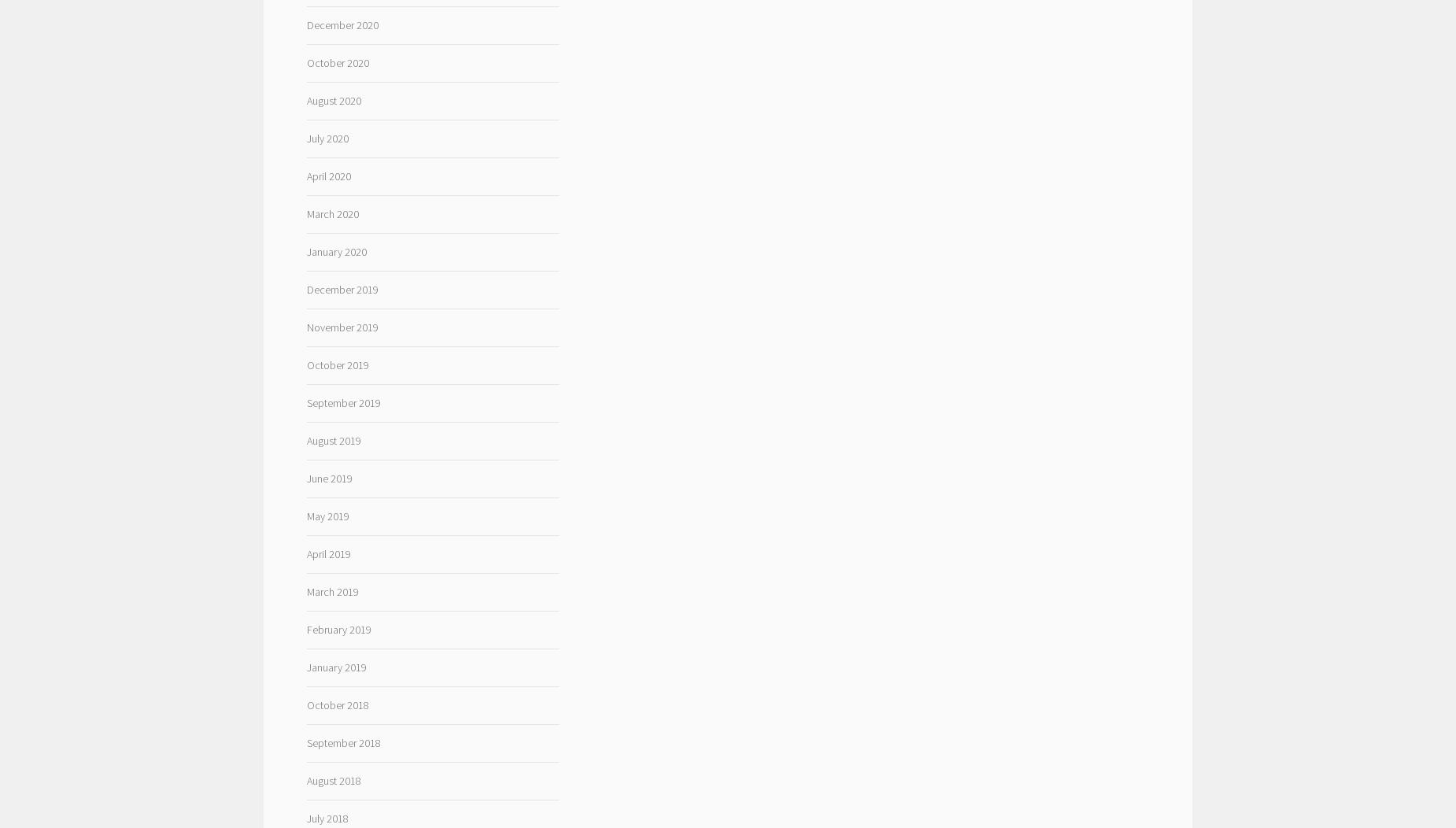 The height and width of the screenshot is (828, 1456). What do you see at coordinates (332, 101) in the screenshot?
I see `'August 2020'` at bounding box center [332, 101].